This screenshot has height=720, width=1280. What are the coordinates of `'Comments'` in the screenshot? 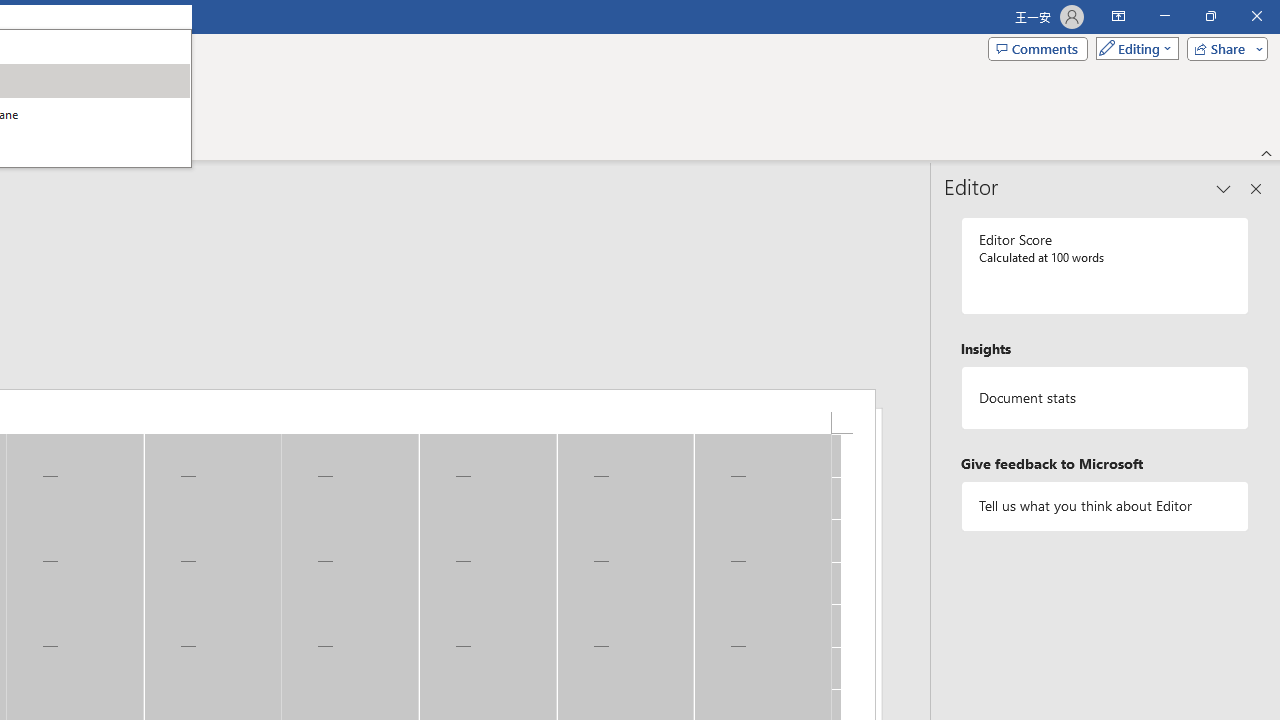 It's located at (1038, 47).